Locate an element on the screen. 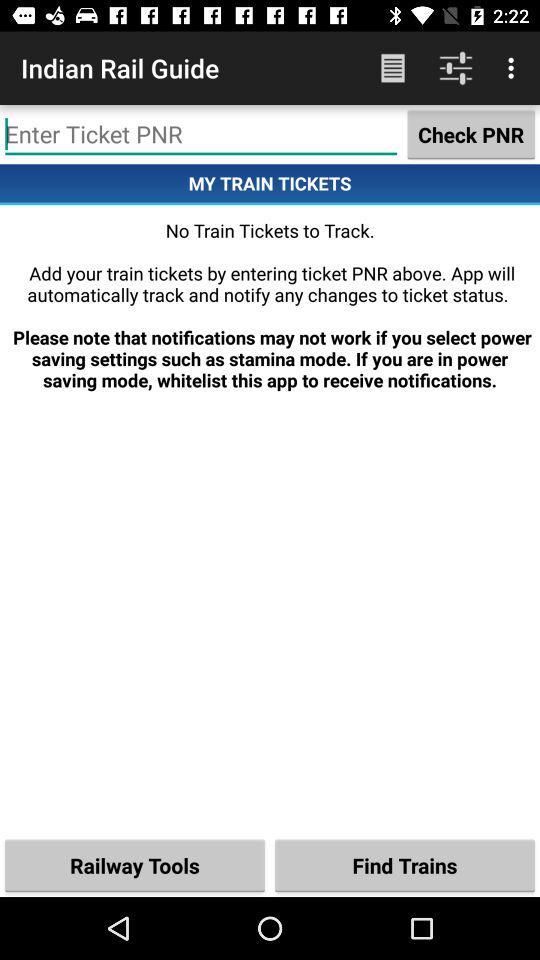  the icon to the right of the railway tools icon is located at coordinates (405, 864).